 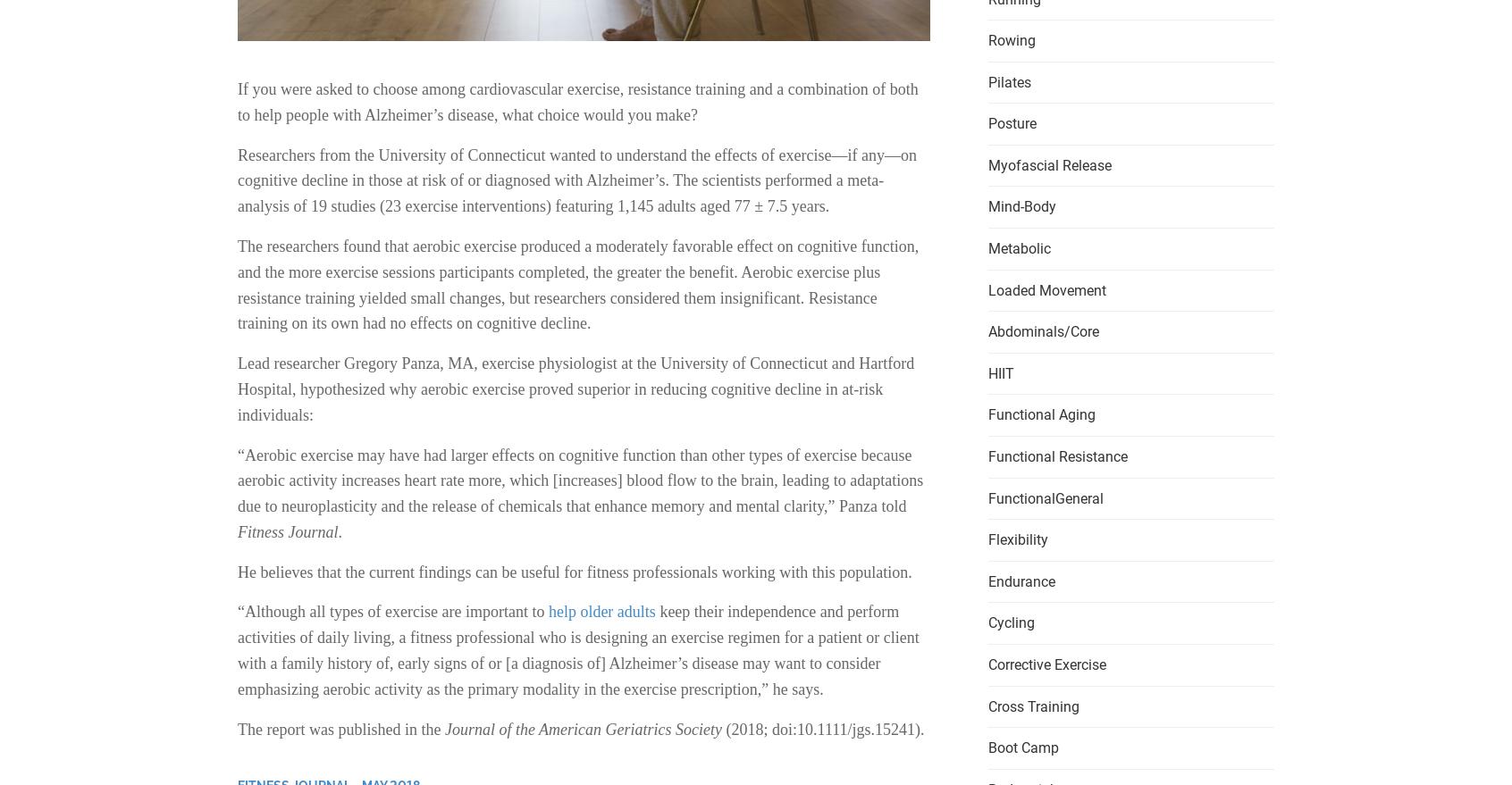 What do you see at coordinates (1057, 455) in the screenshot?
I see `'Functional Resistance'` at bounding box center [1057, 455].